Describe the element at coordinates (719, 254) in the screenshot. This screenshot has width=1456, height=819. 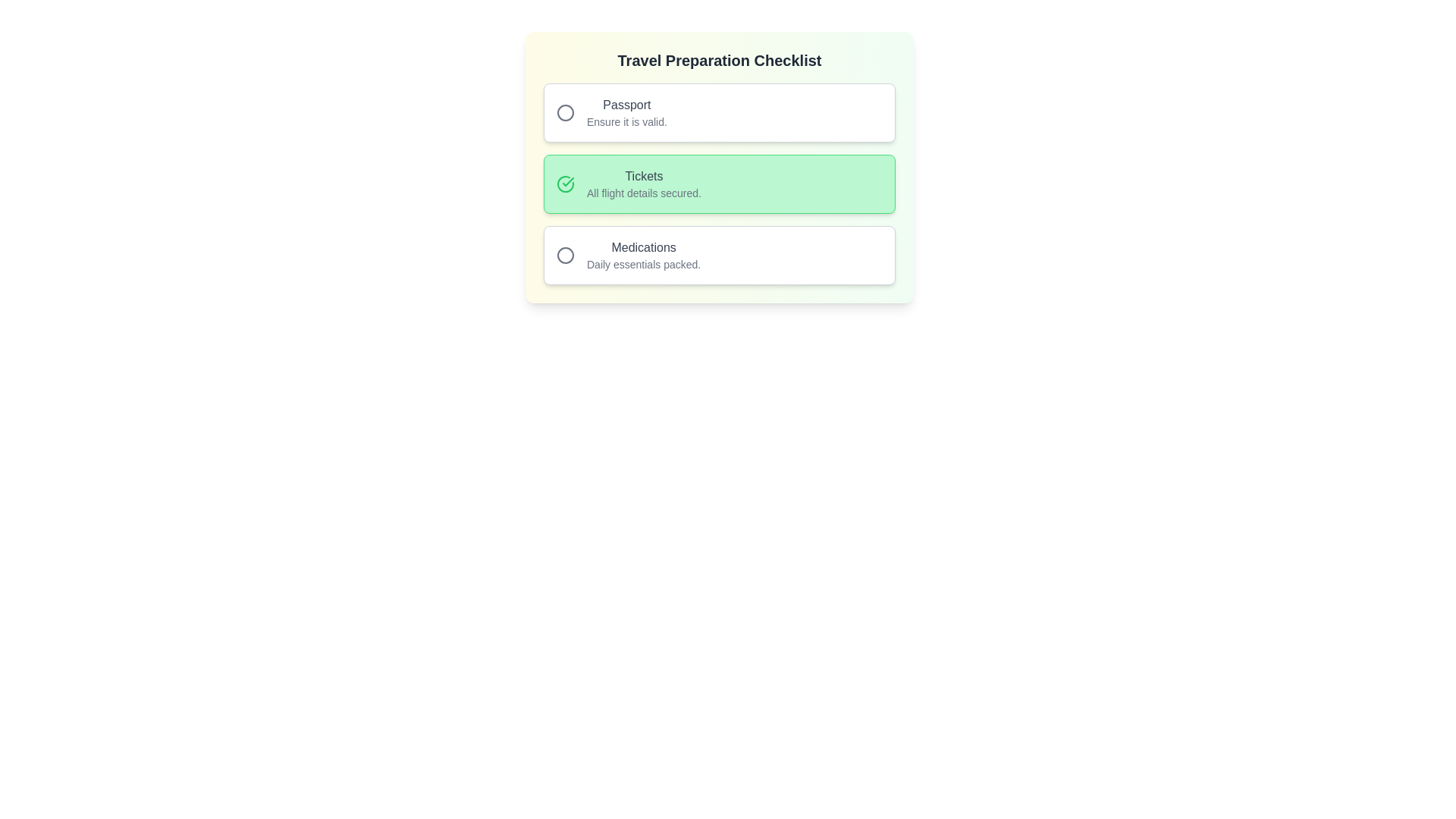
I see `the checkbox for Medications to toggle its status` at that location.